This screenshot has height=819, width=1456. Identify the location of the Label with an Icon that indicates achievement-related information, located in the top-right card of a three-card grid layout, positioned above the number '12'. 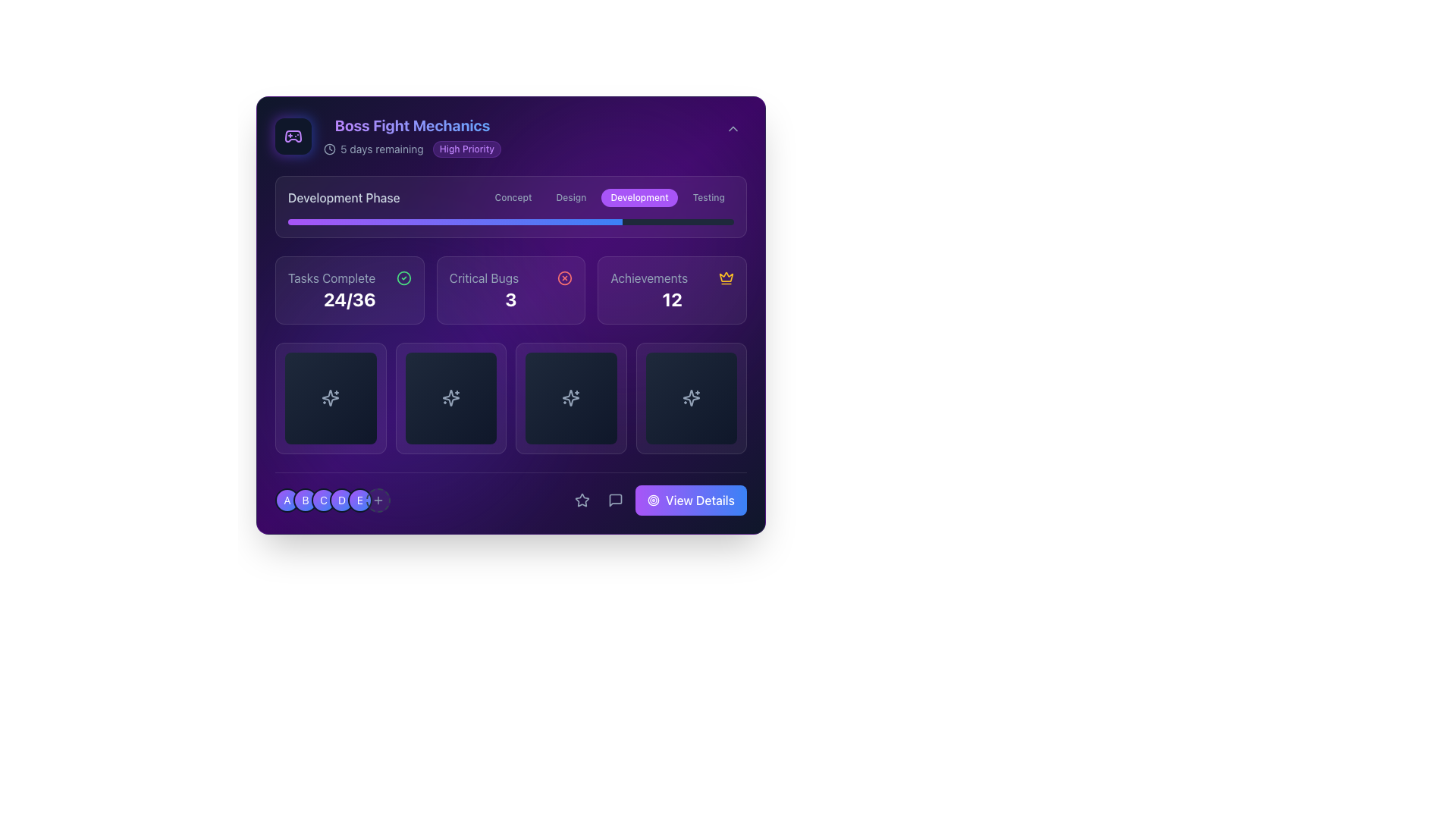
(671, 278).